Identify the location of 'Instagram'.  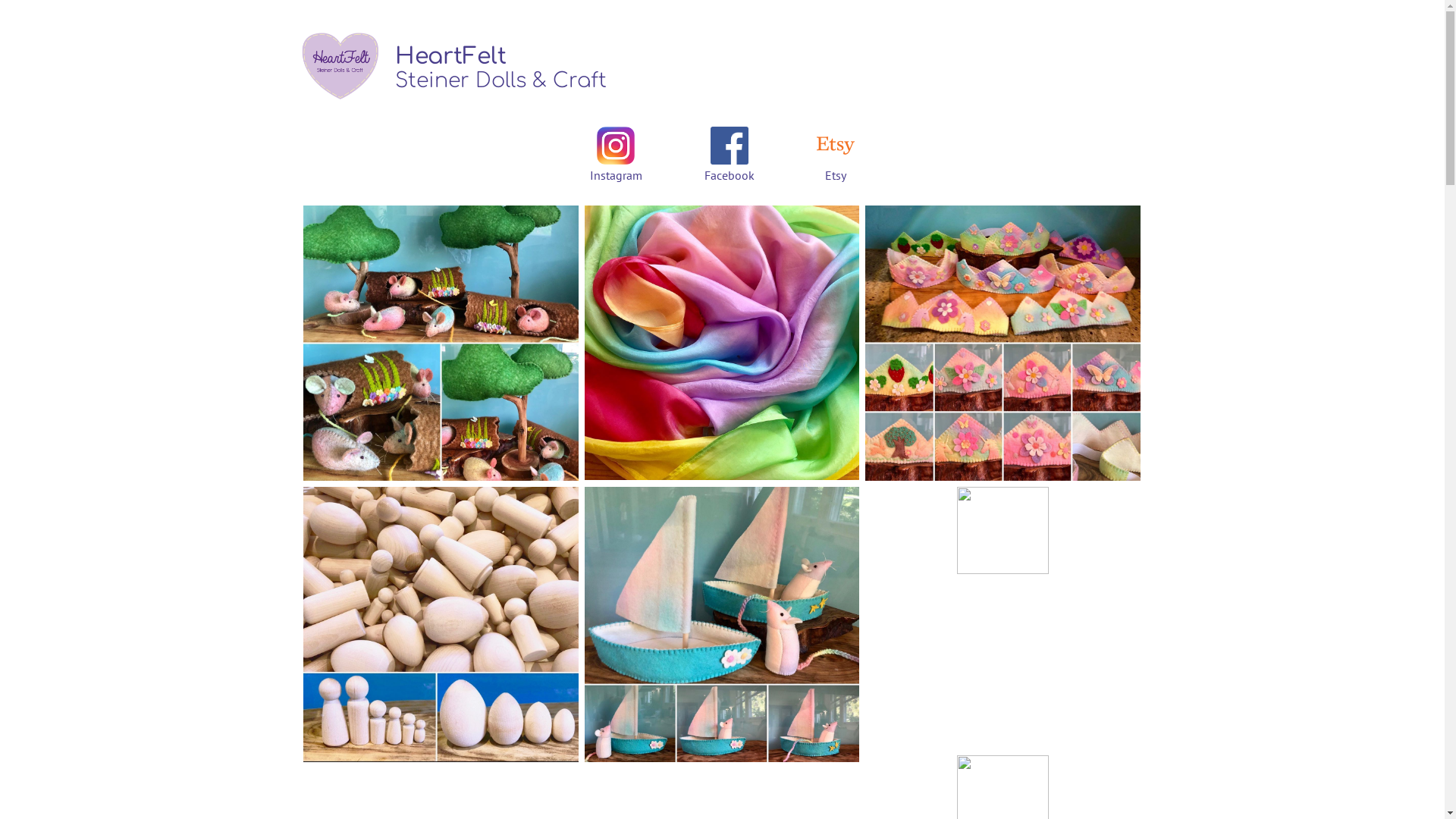
(616, 174).